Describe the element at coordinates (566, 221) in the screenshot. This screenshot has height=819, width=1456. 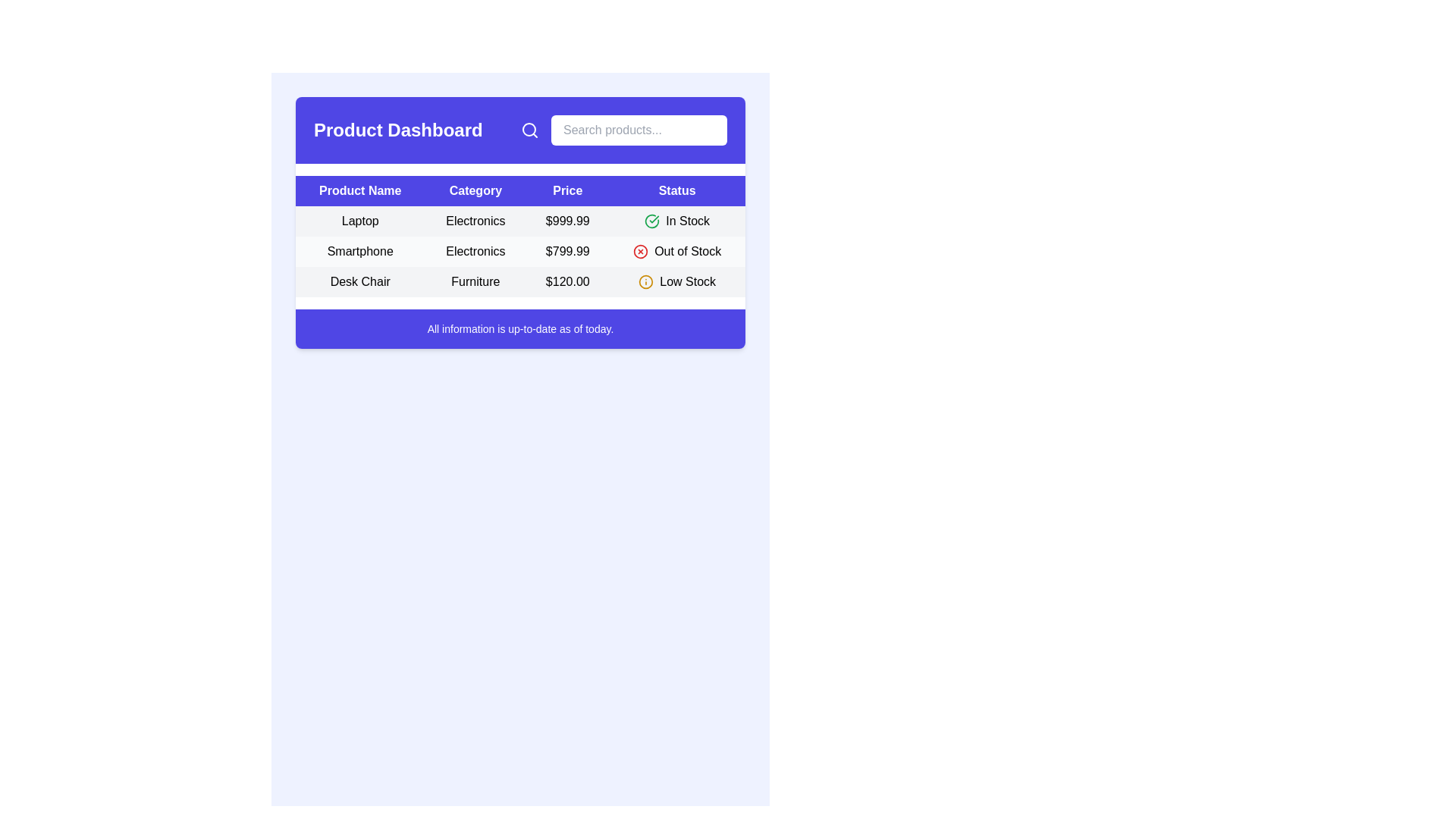
I see `the static text element displaying the product price in the first row of the table, which is located between the 'Electronics' category and the 'In Stock' status` at that location.